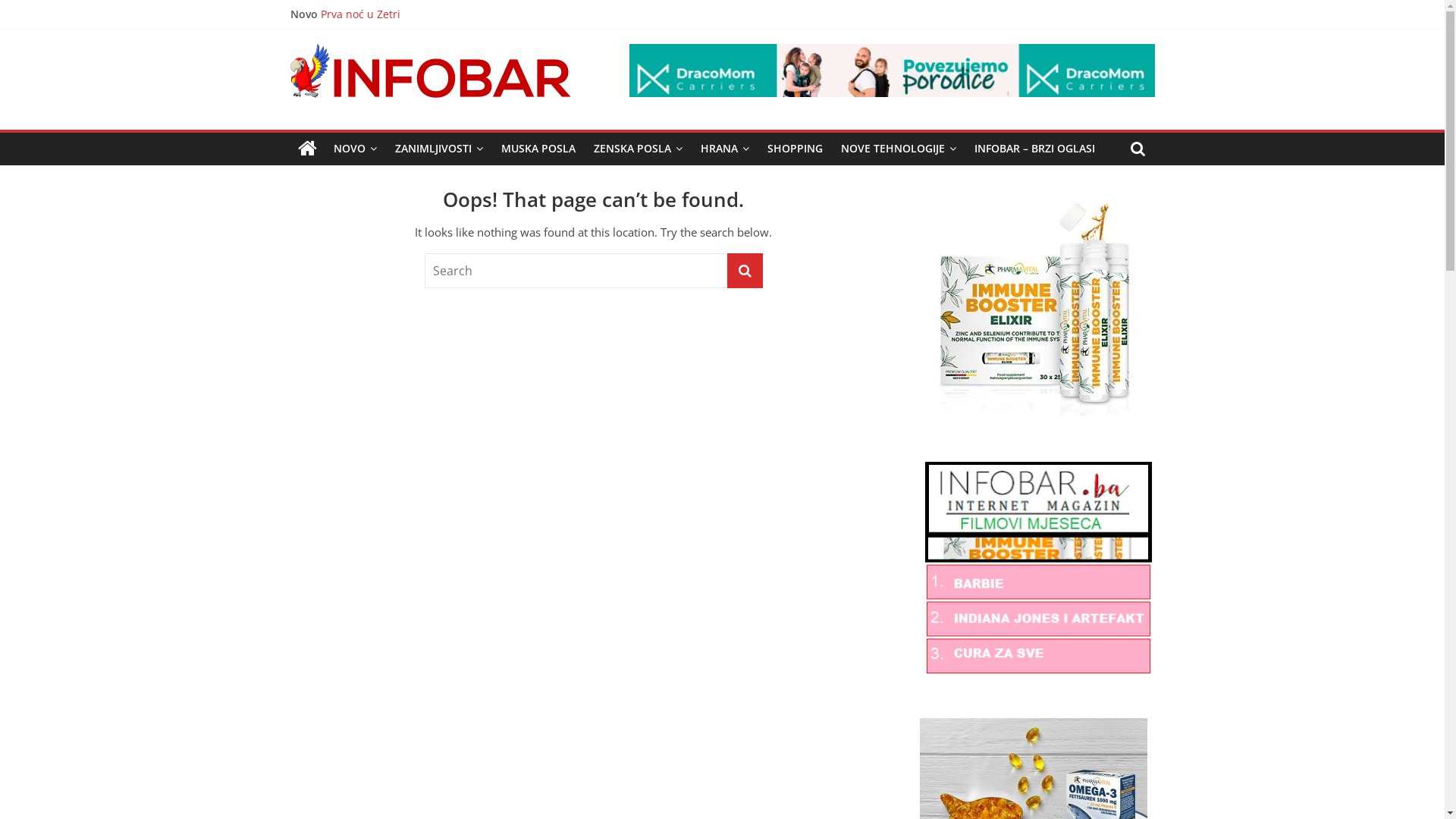 The image size is (1456, 819). I want to click on 'ZENSKA POSLA', so click(637, 149).